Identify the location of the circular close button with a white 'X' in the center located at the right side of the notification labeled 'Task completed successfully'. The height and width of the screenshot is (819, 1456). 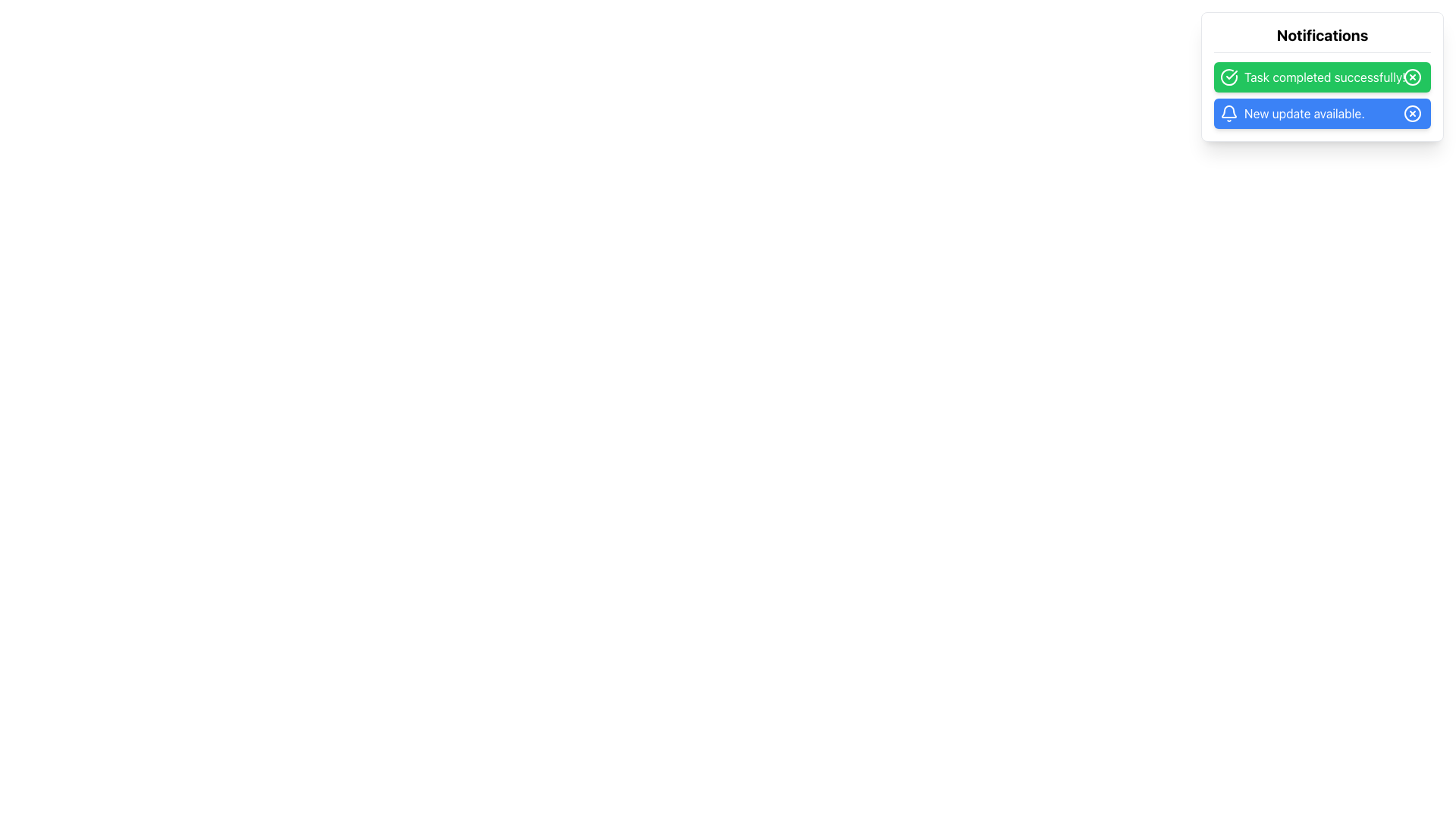
(1411, 77).